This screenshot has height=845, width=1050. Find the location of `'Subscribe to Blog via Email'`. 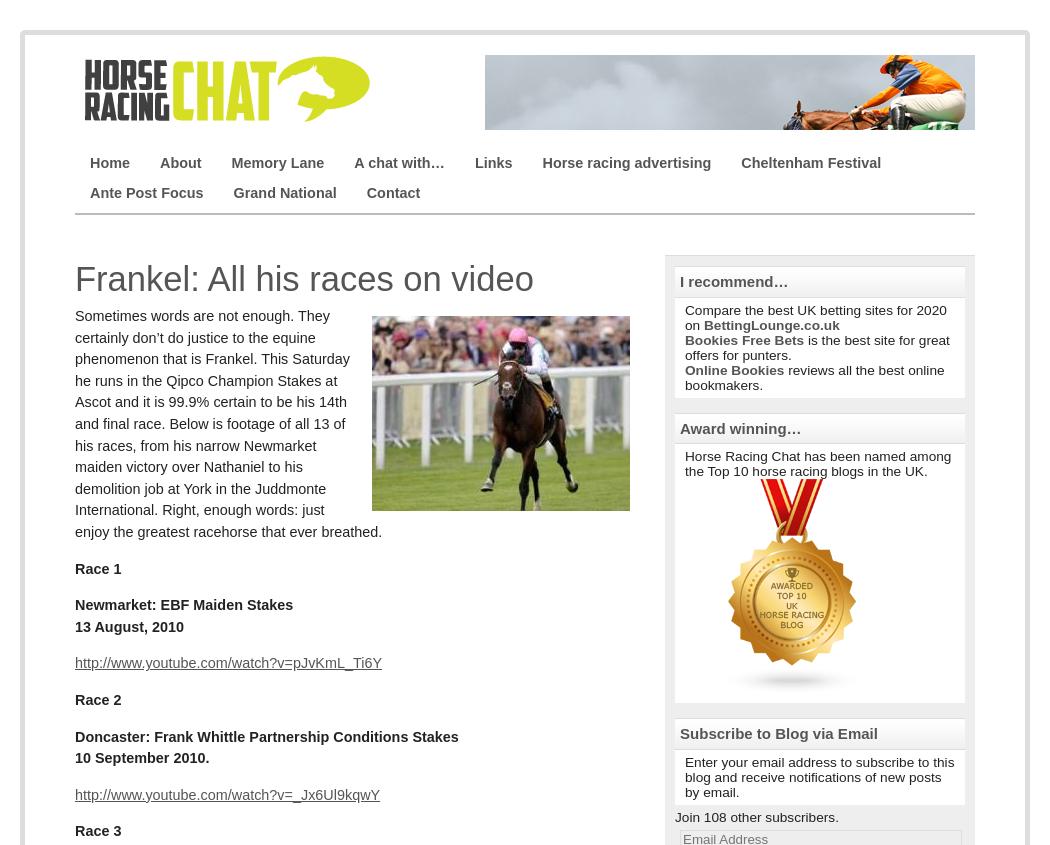

'Subscribe to Blog via Email' is located at coordinates (778, 732).